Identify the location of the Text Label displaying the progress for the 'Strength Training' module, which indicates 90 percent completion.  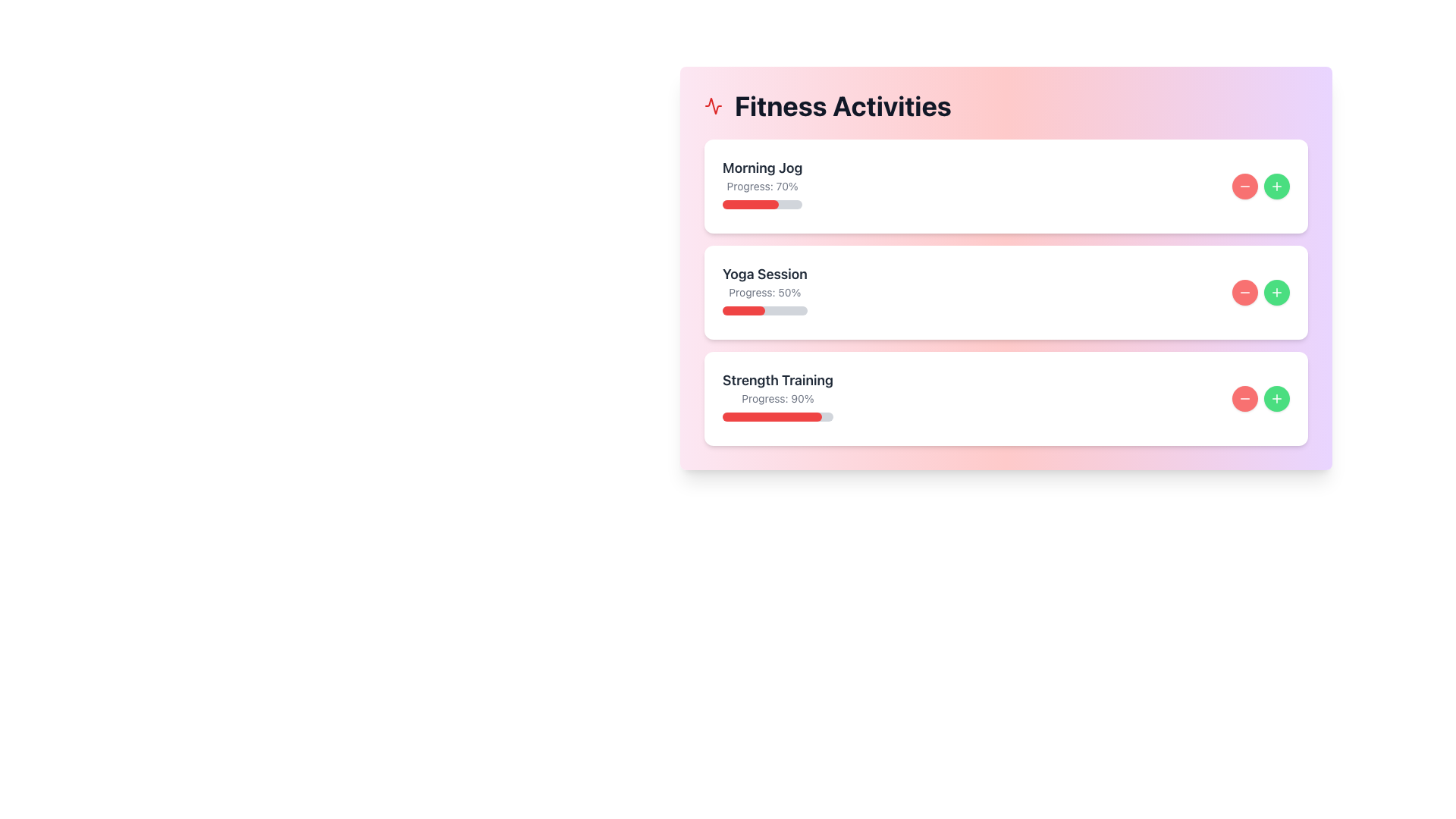
(777, 397).